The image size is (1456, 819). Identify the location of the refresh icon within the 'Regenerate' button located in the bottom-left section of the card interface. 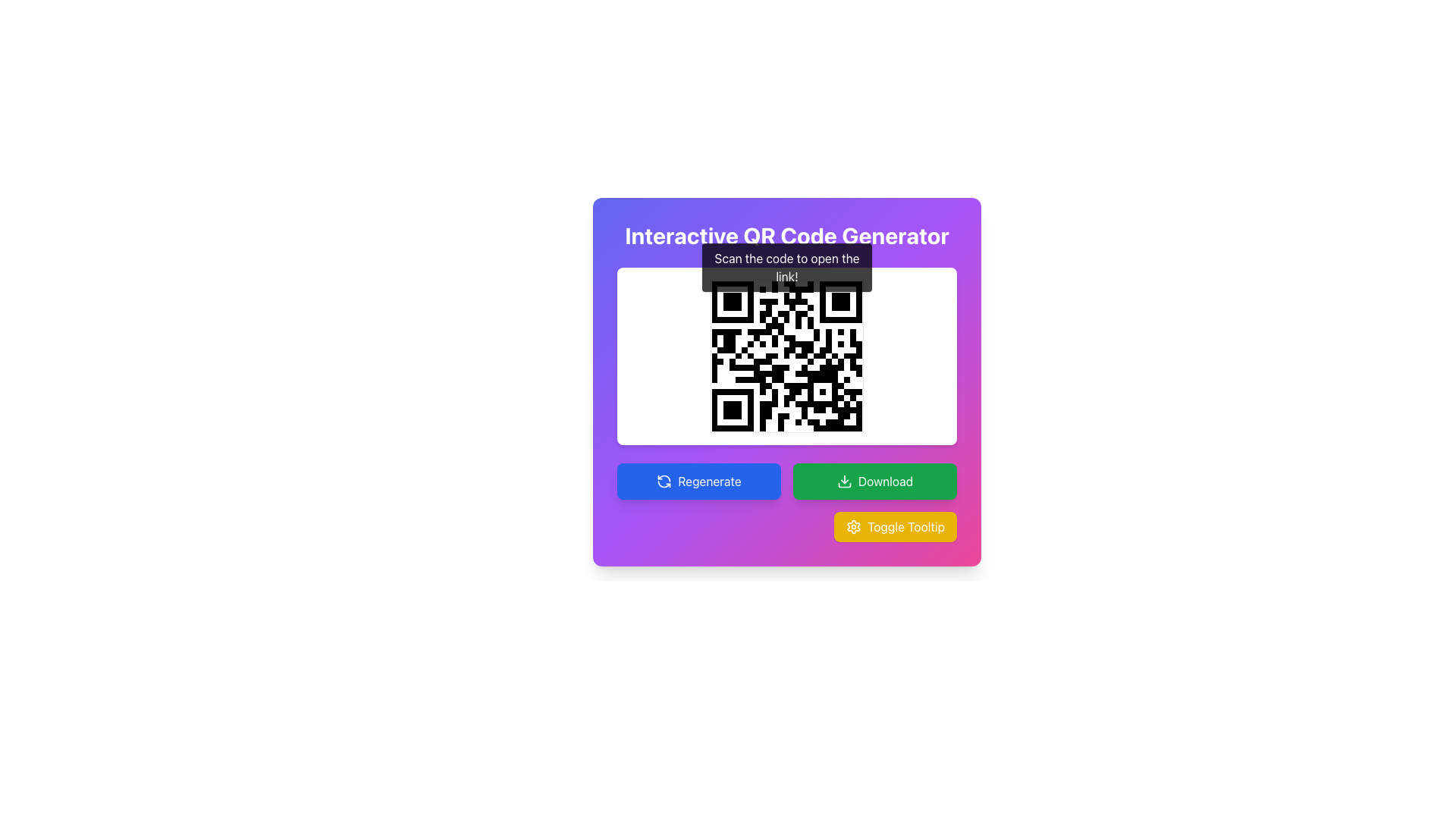
(664, 482).